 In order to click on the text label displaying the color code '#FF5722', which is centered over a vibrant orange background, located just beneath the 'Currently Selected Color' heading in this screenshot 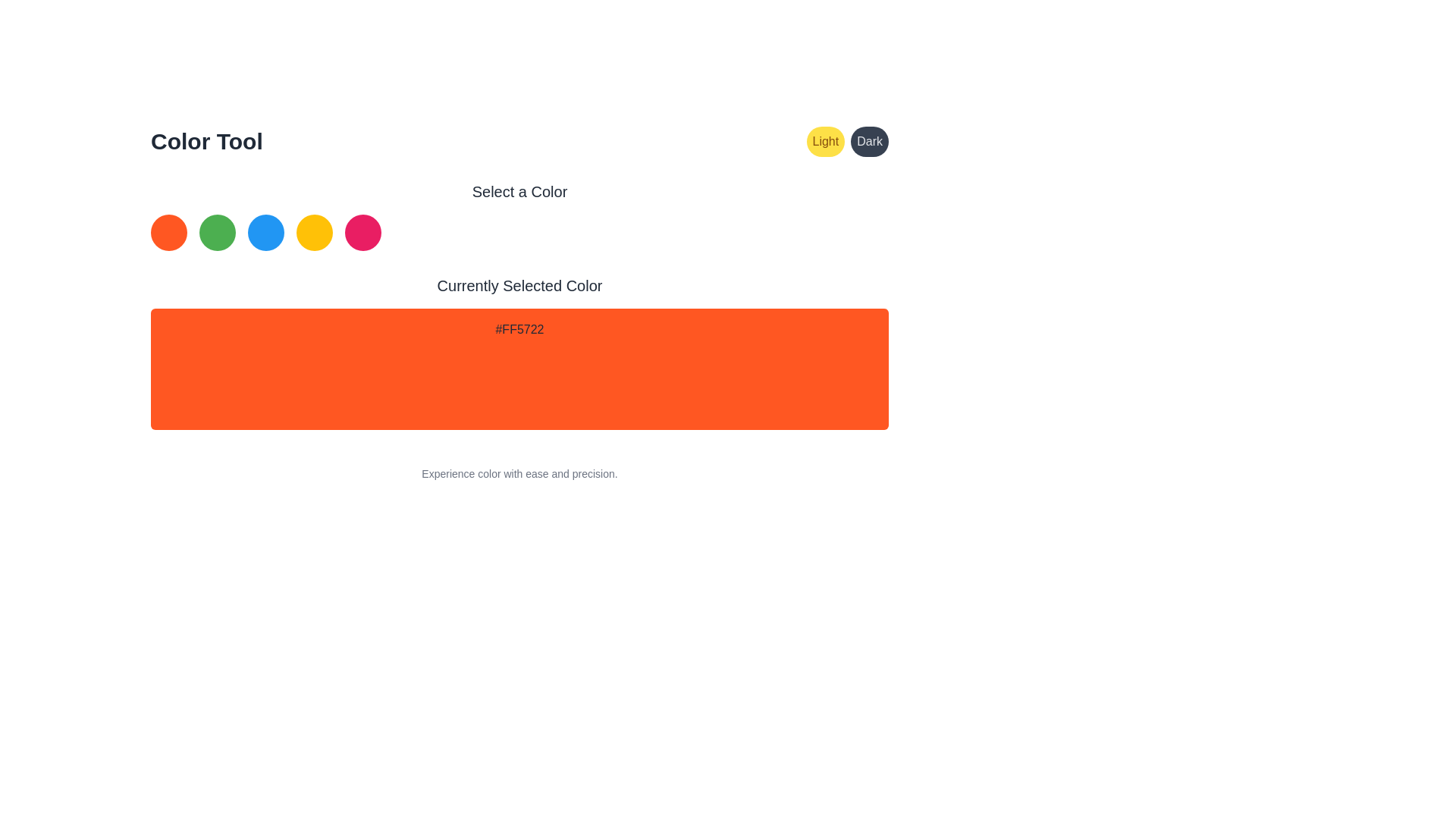, I will do `click(519, 329)`.